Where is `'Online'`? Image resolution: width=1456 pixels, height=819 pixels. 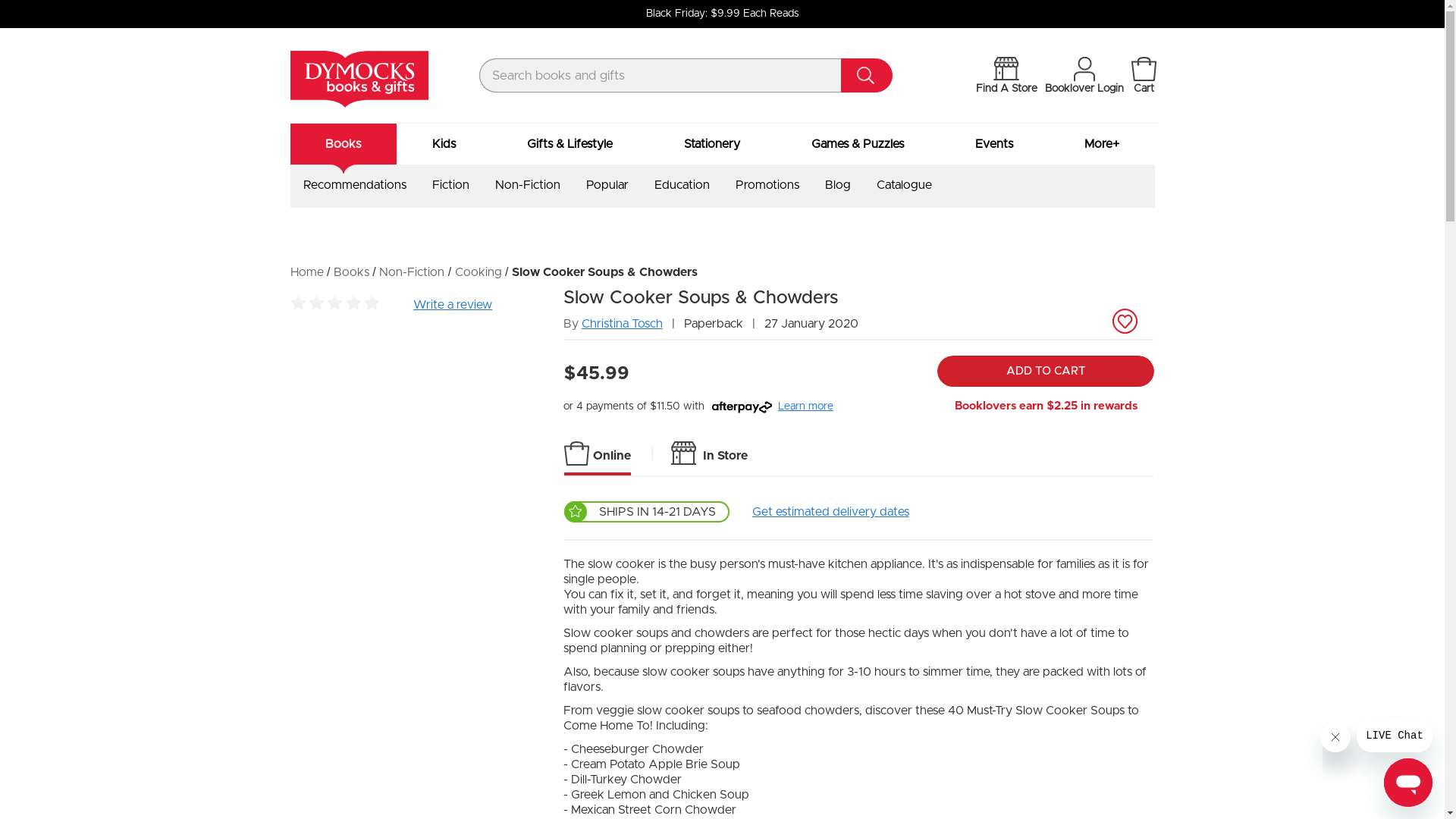 'Online' is located at coordinates (596, 454).